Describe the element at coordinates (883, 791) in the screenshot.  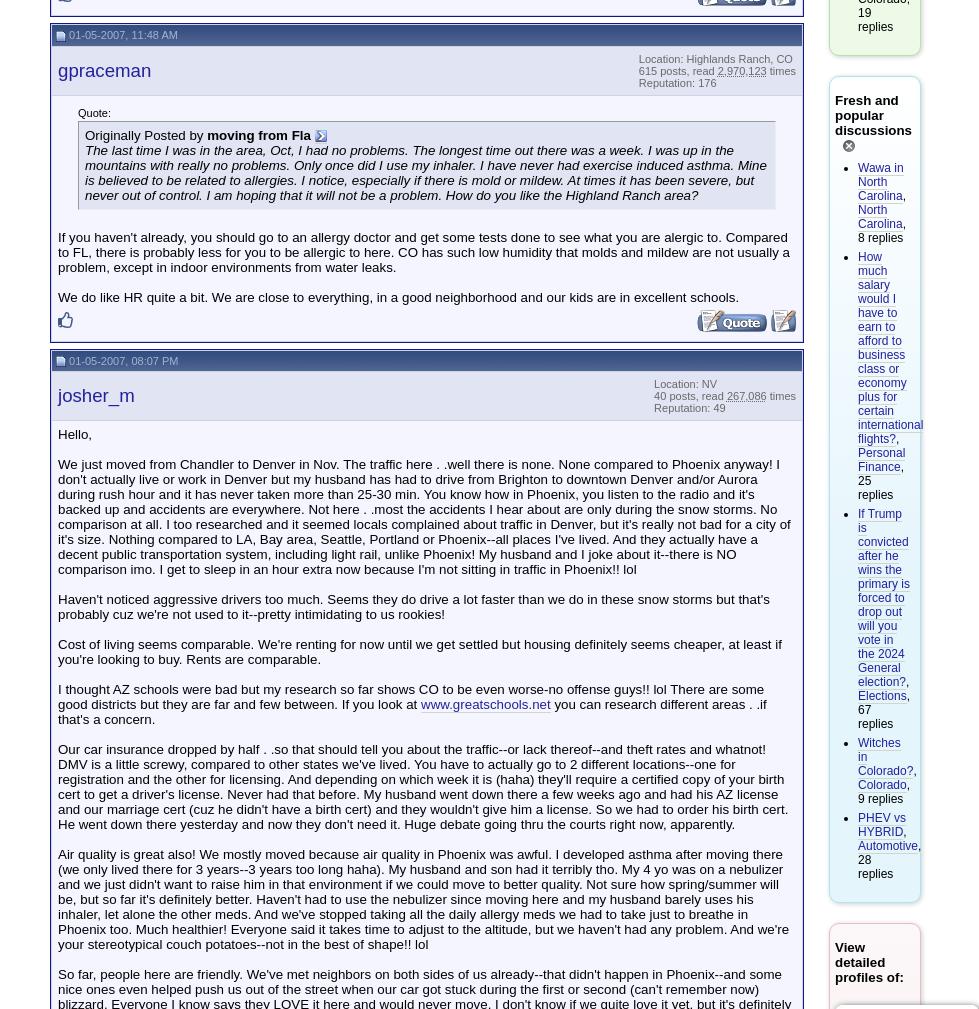
I see `', 9 replies'` at that location.